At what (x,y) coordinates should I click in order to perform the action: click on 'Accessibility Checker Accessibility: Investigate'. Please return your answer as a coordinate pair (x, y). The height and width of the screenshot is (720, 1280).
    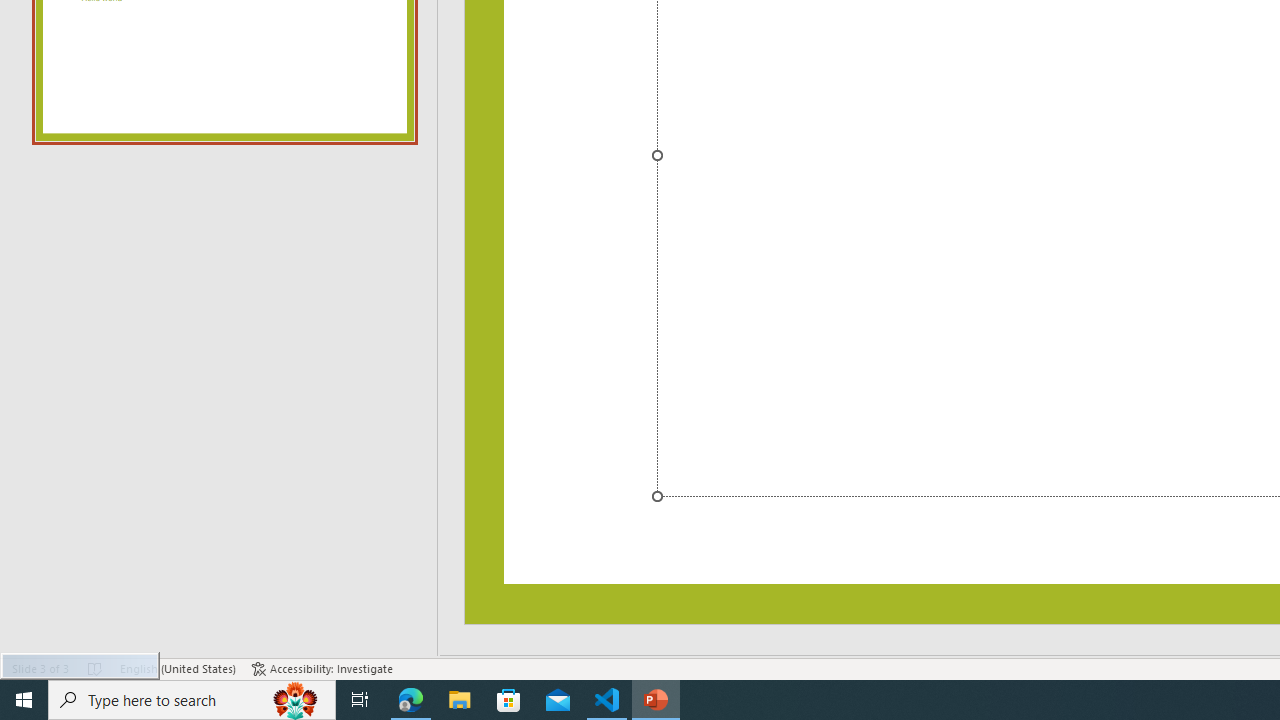
    Looking at the image, I should click on (322, 669).